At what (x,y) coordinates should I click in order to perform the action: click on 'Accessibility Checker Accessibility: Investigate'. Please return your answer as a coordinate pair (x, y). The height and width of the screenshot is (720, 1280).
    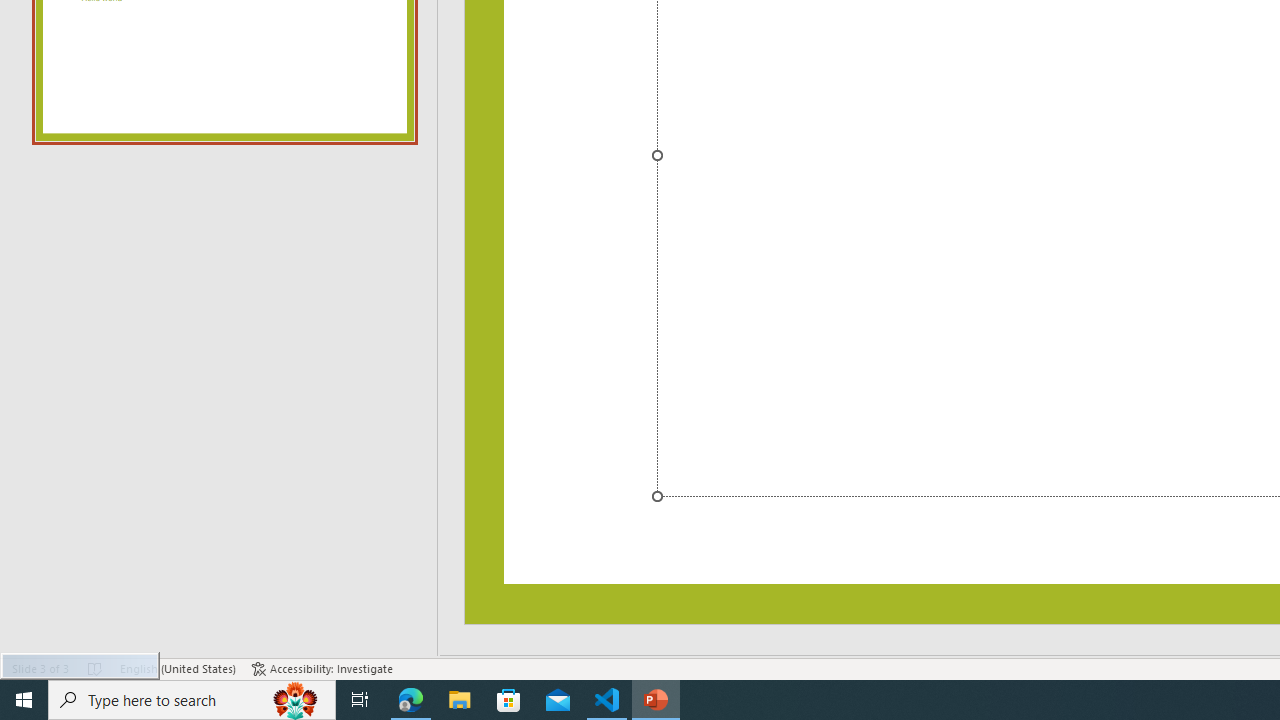
    Looking at the image, I should click on (322, 669).